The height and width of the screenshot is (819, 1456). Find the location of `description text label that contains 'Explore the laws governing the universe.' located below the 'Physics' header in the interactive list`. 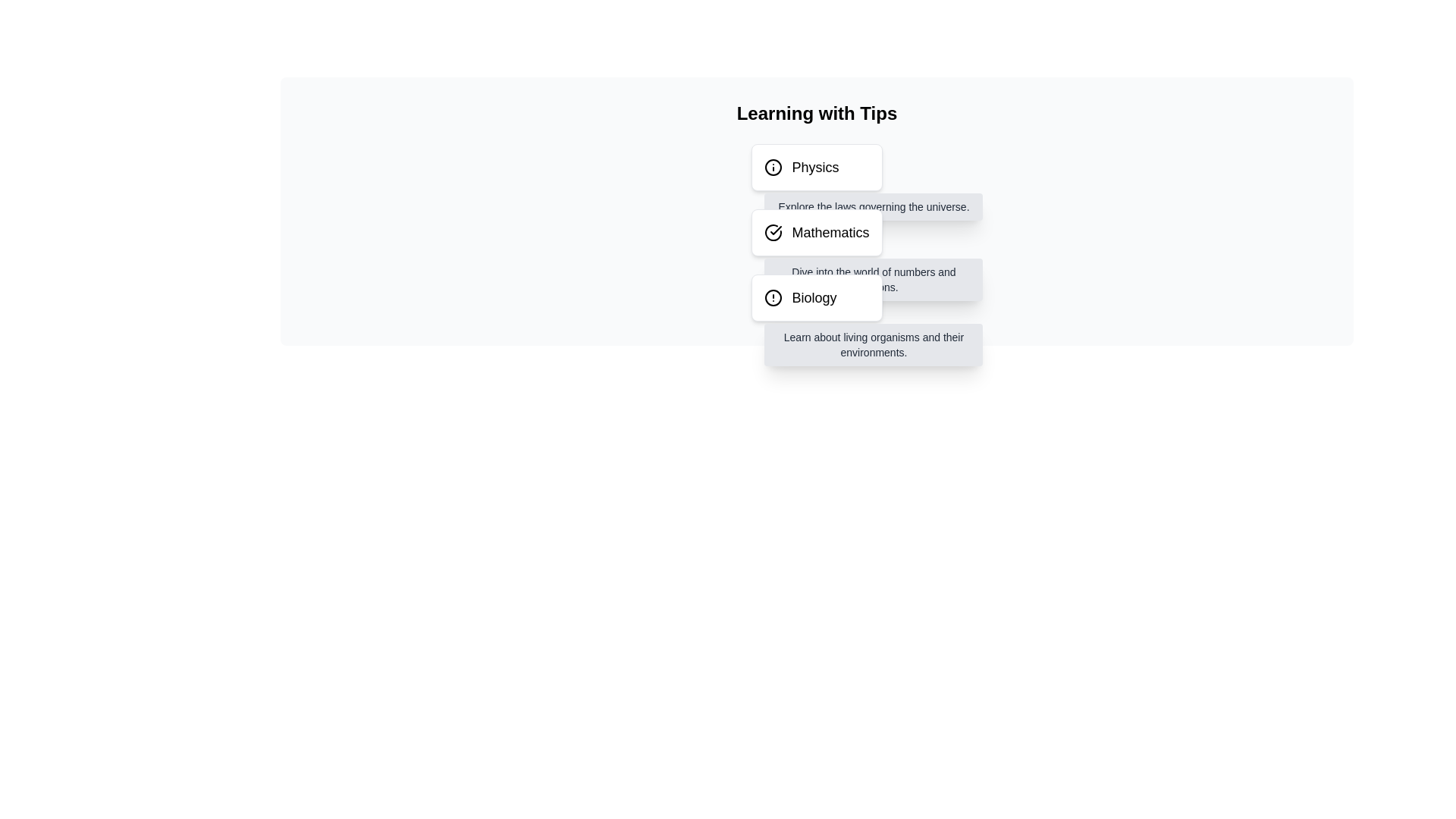

description text label that contains 'Explore the laws governing the universe.' located below the 'Physics' header in the interactive list is located at coordinates (874, 207).